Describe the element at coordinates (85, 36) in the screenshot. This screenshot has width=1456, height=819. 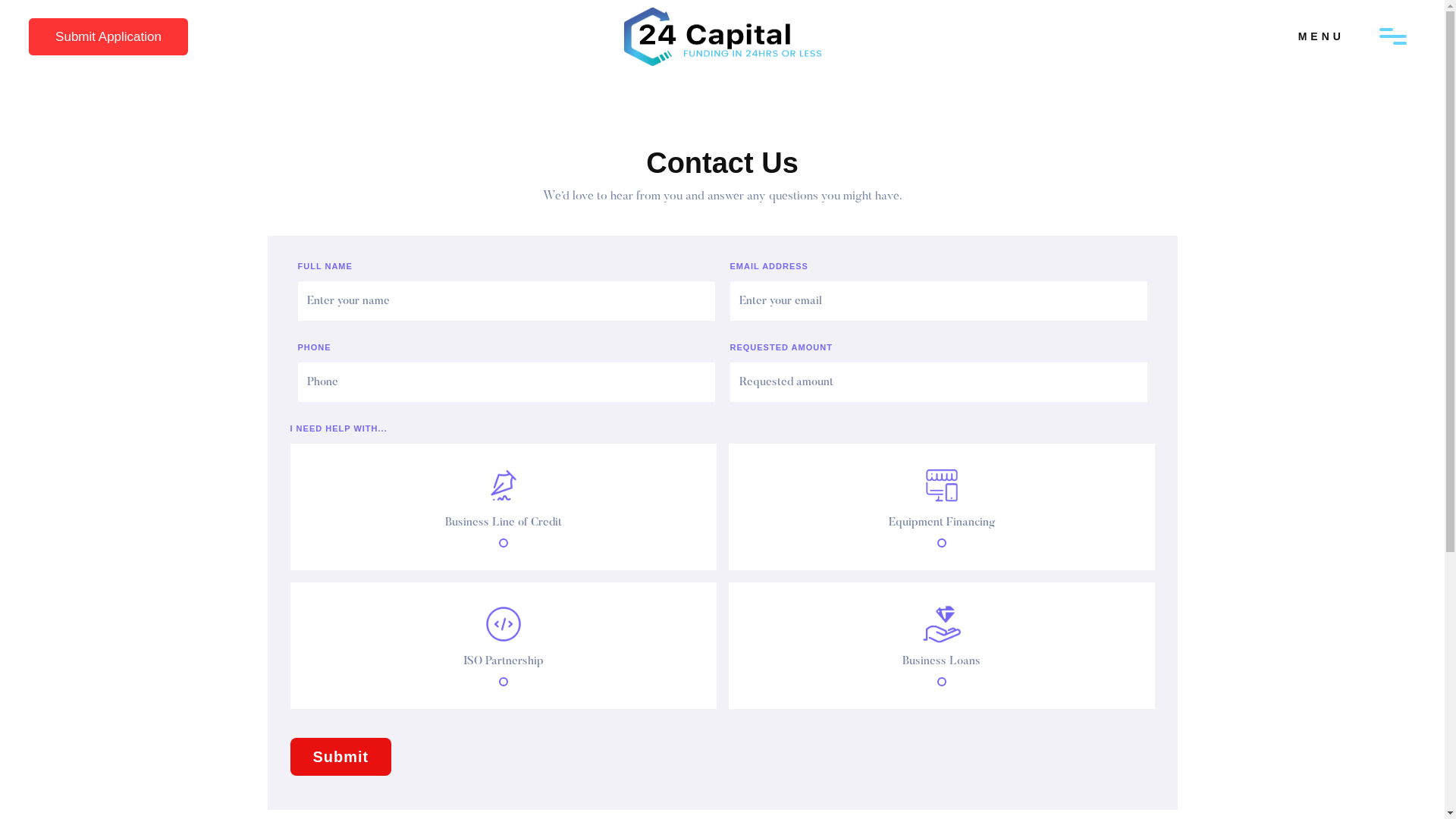
I see `'Apply Now'` at that location.